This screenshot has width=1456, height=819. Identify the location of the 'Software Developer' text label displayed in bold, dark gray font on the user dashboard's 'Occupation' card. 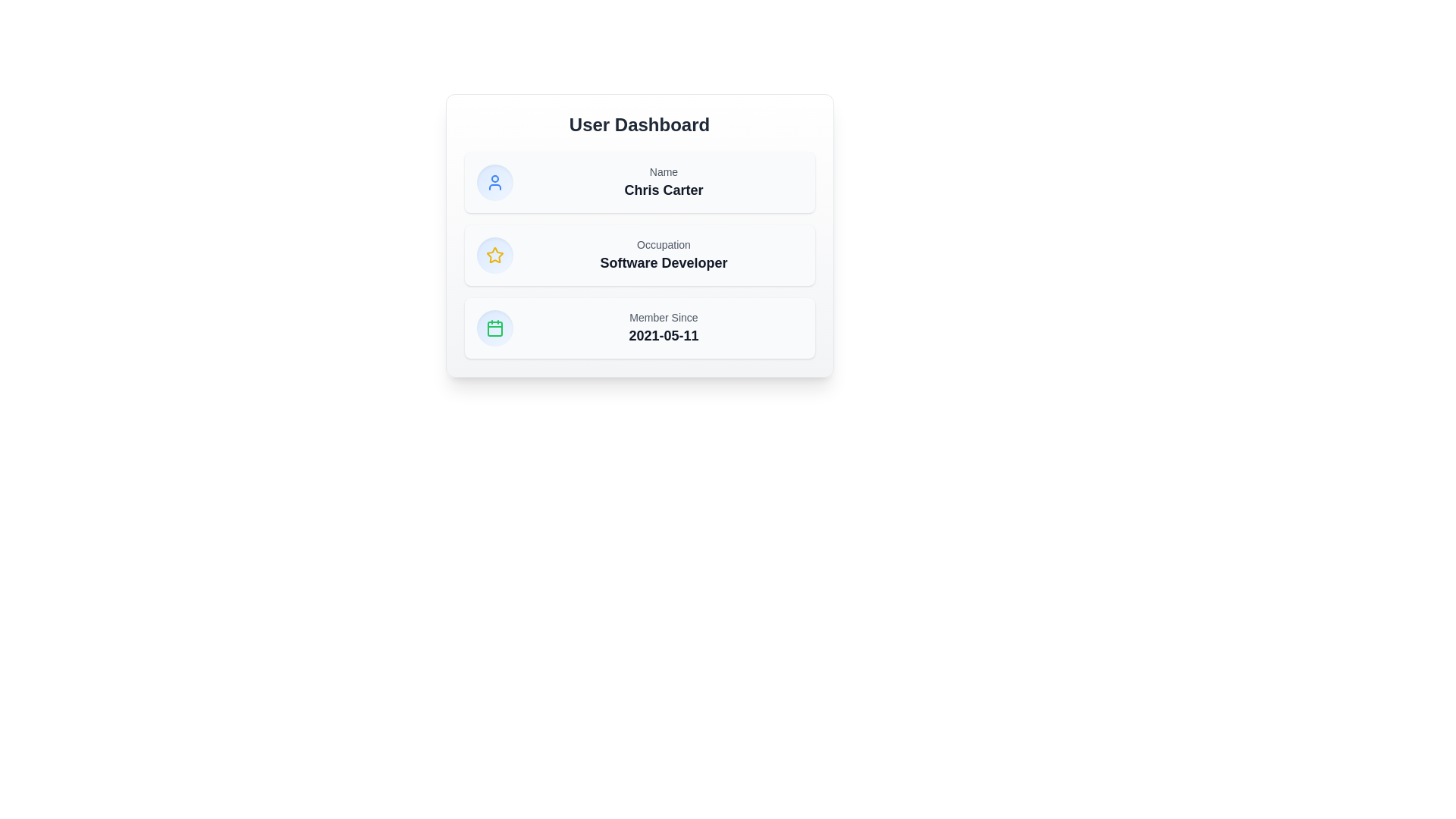
(664, 262).